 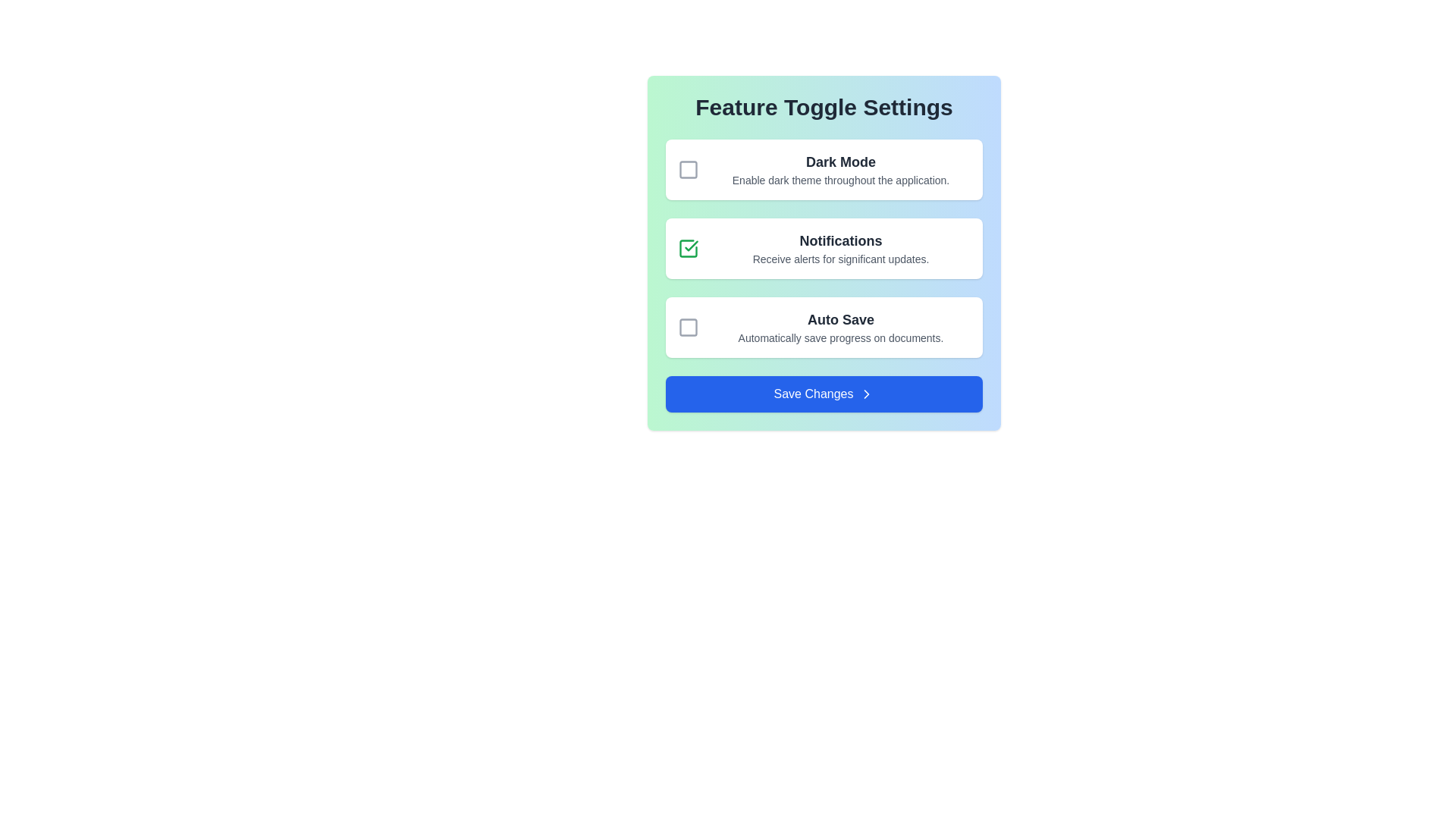 What do you see at coordinates (687, 169) in the screenshot?
I see `the small rounded square icon next to the 'Dark Mode' label to interact with the toggle` at bounding box center [687, 169].